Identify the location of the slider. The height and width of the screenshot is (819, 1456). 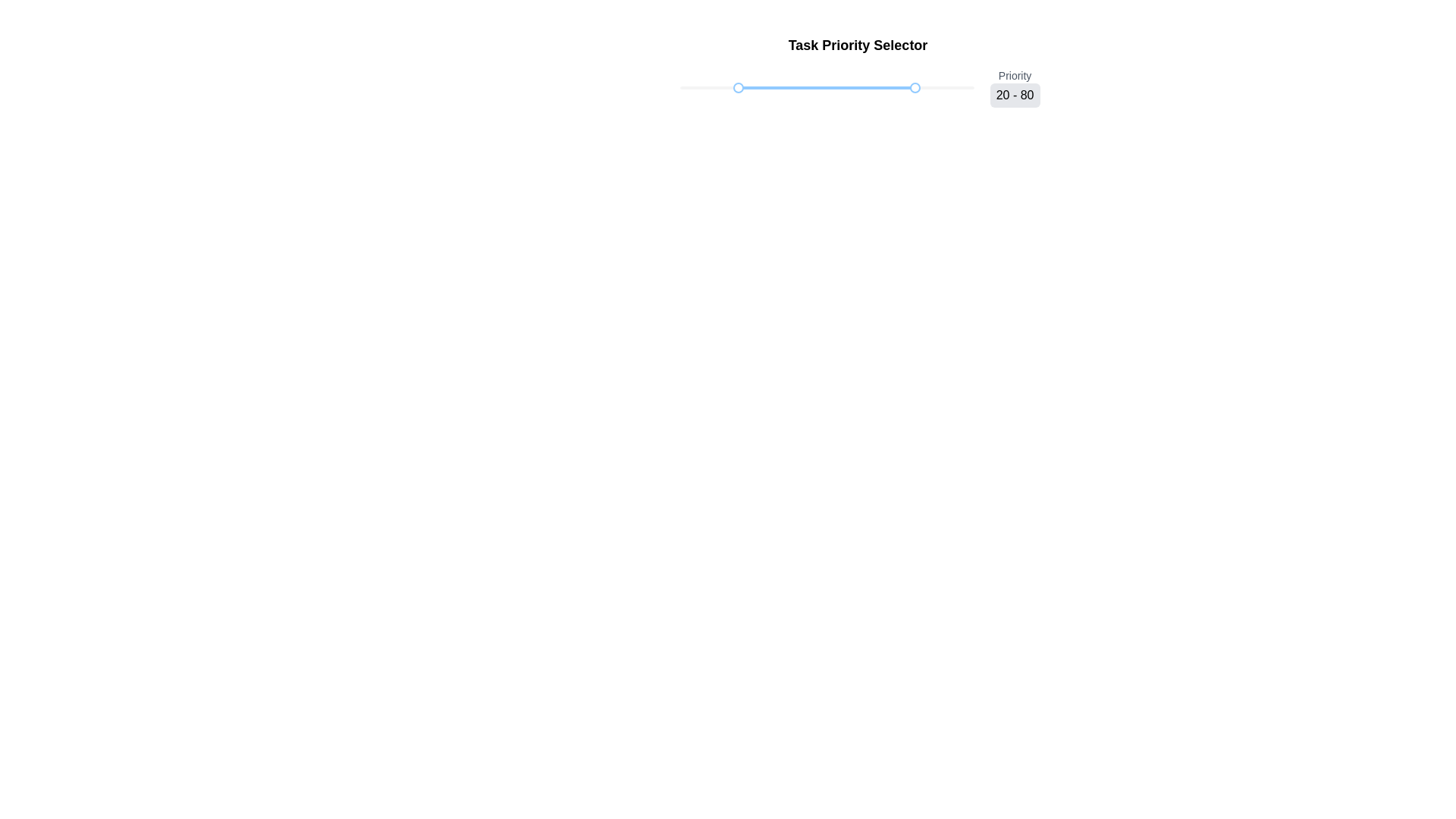
(720, 87).